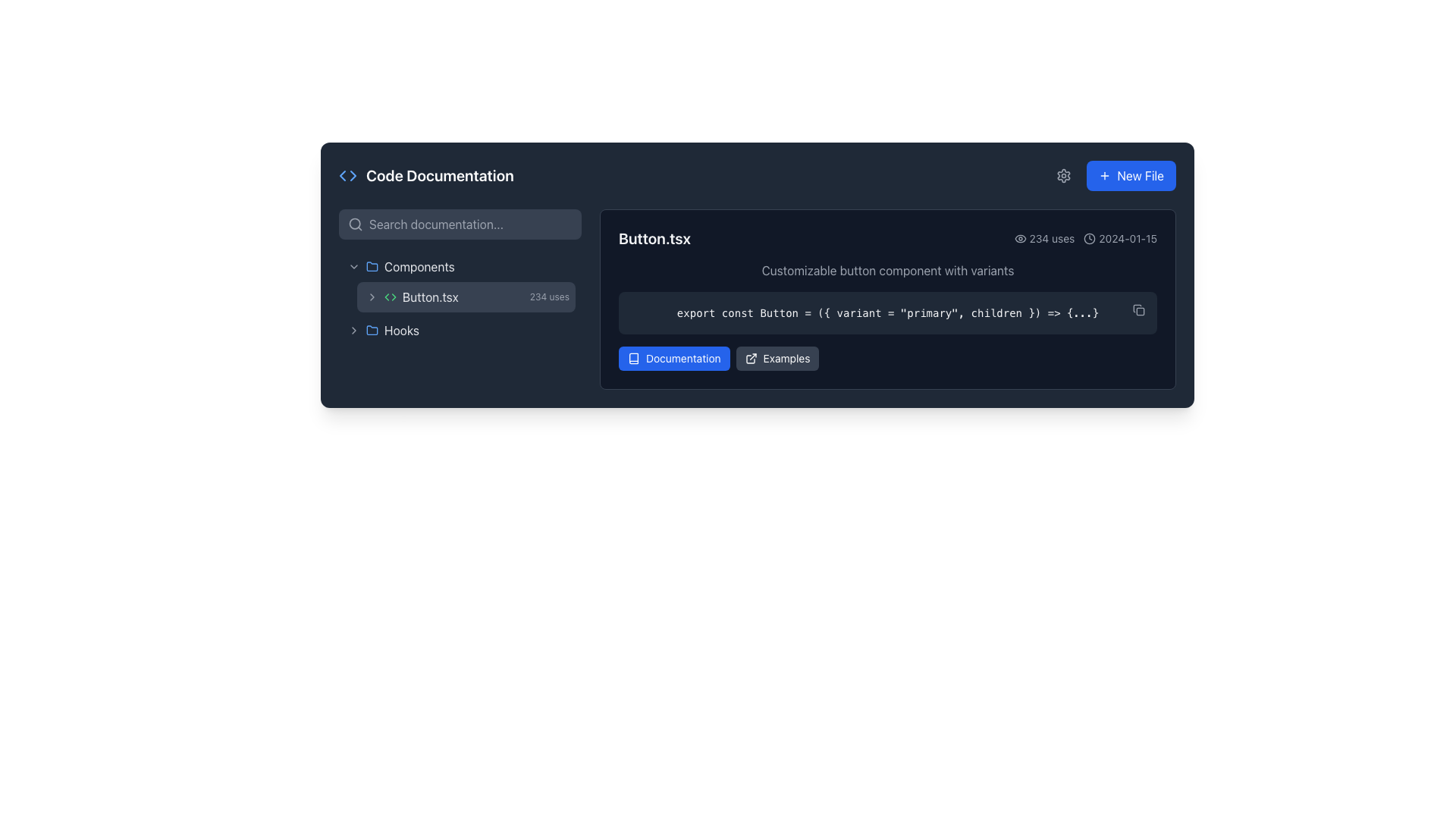  I want to click on the blue folder icon located in the left navigation bar under the 'Components' section, so click(372, 265).